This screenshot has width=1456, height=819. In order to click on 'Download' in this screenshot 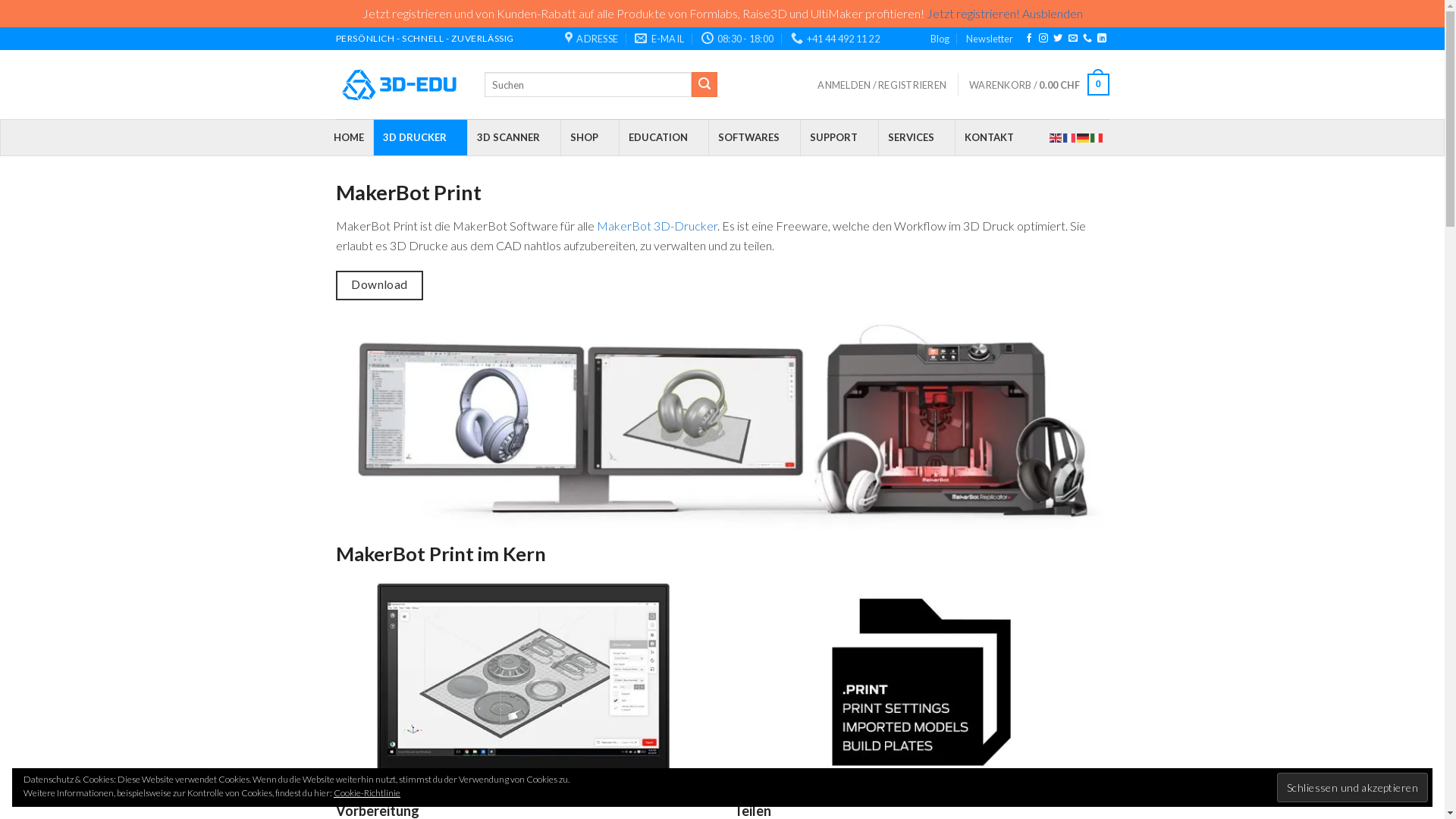, I will do `click(378, 285)`.